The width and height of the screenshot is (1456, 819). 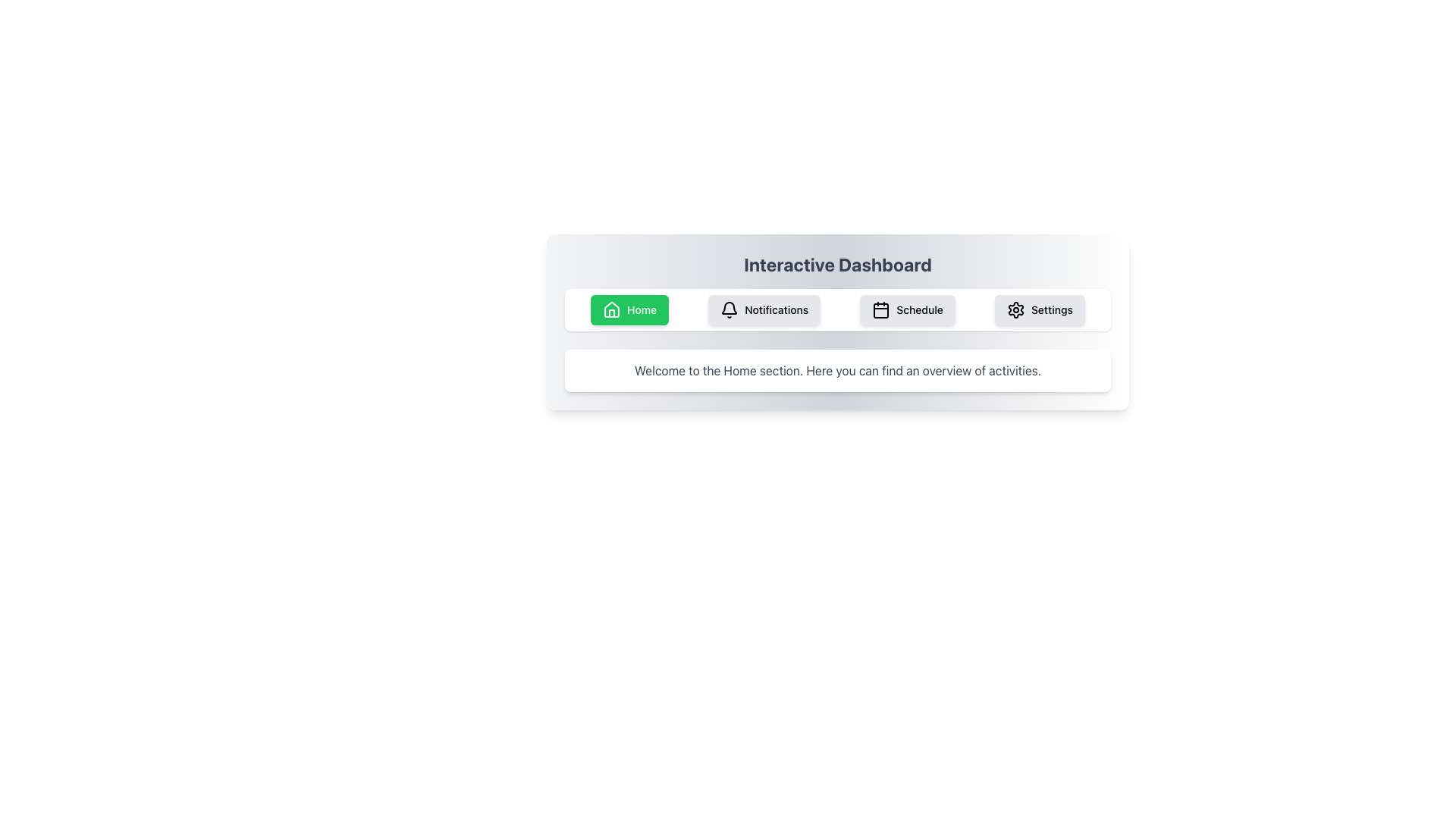 What do you see at coordinates (836, 371) in the screenshot?
I see `the text block displaying the message 'Welcome to the Home section. Here you can find an overview of activities.' which is styled in medium-dark gray and center-justified within a white background` at bounding box center [836, 371].